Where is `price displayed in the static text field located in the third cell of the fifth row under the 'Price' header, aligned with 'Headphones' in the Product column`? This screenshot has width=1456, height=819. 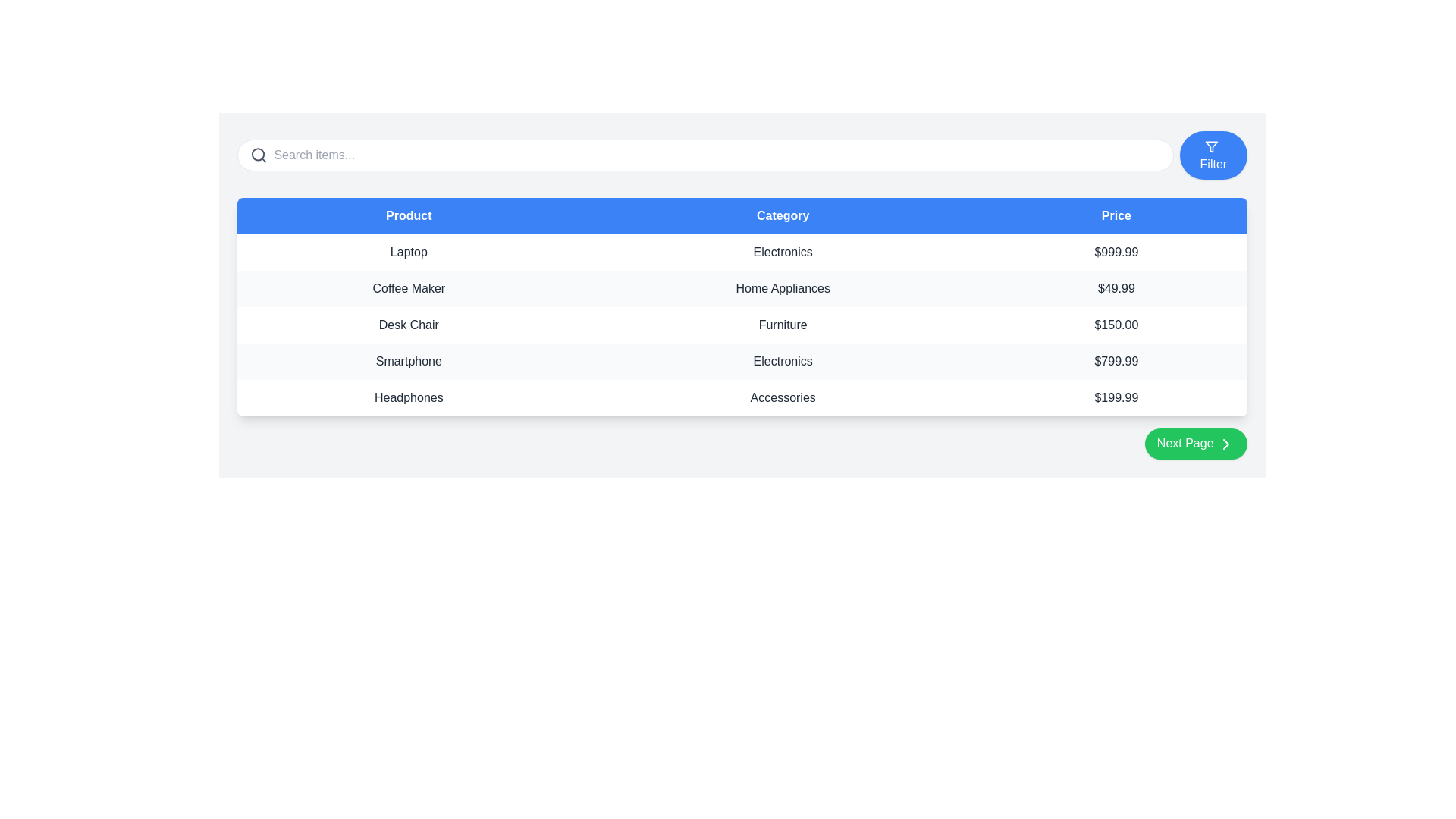
price displayed in the static text field located in the third cell of the fifth row under the 'Price' header, aligned with 'Headphones' in the Product column is located at coordinates (1116, 397).